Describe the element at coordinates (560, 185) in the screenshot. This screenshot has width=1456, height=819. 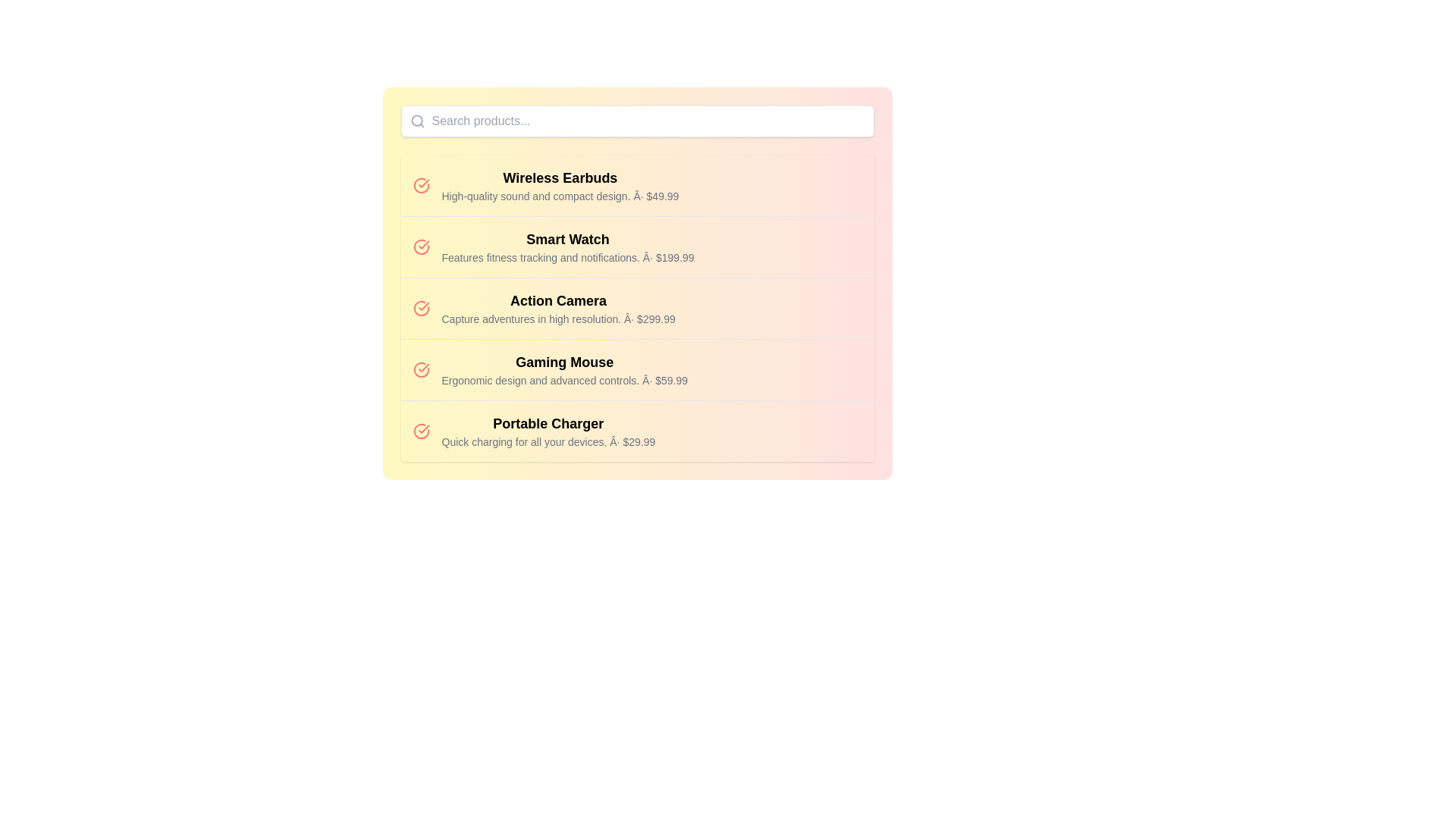
I see `description of the text element displaying 'Wireless Earbuds' and its details about pricing and features, located below the search bar` at that location.